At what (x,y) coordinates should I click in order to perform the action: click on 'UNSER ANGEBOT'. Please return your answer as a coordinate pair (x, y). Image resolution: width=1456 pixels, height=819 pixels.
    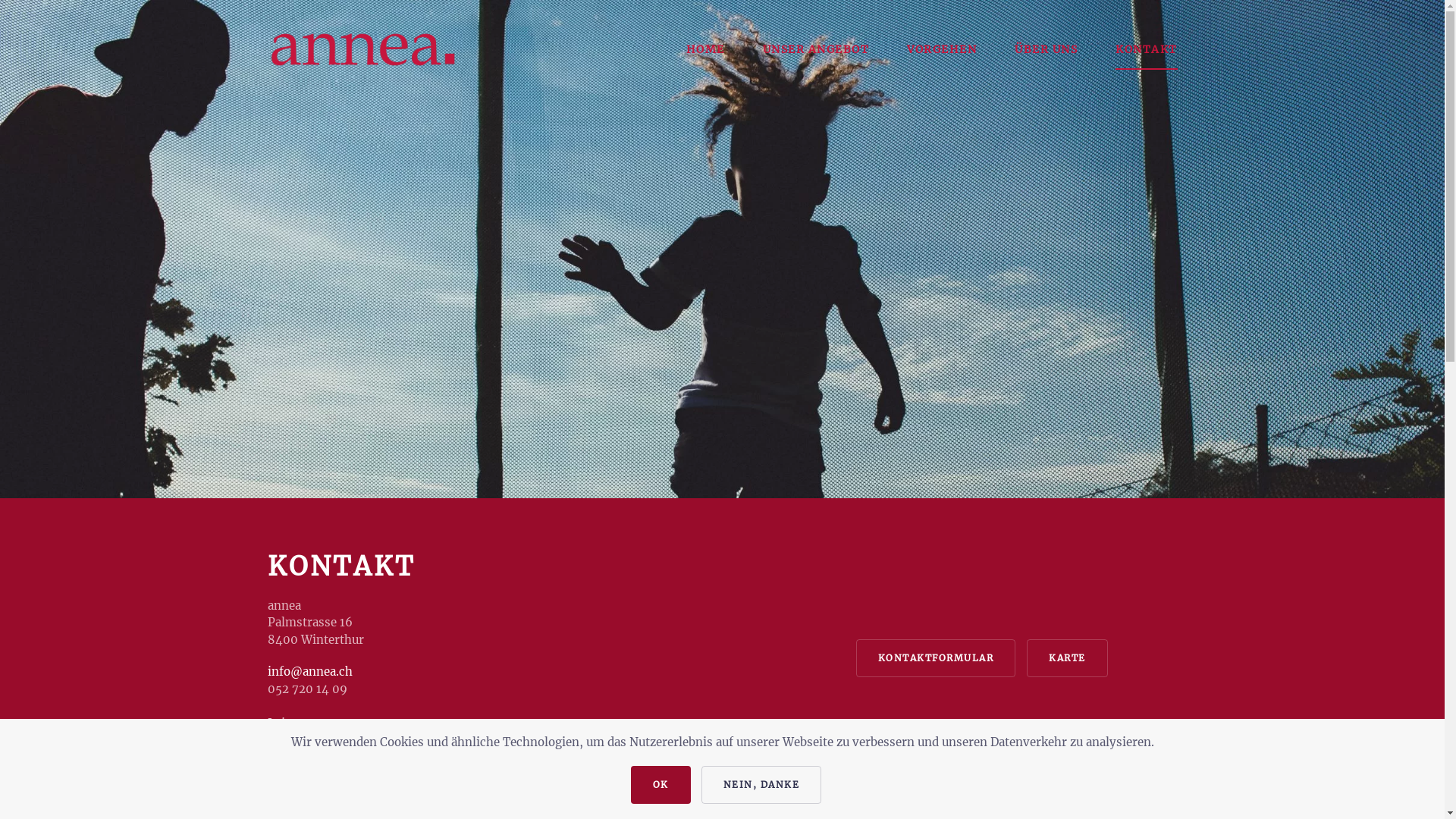
    Looking at the image, I should click on (815, 49).